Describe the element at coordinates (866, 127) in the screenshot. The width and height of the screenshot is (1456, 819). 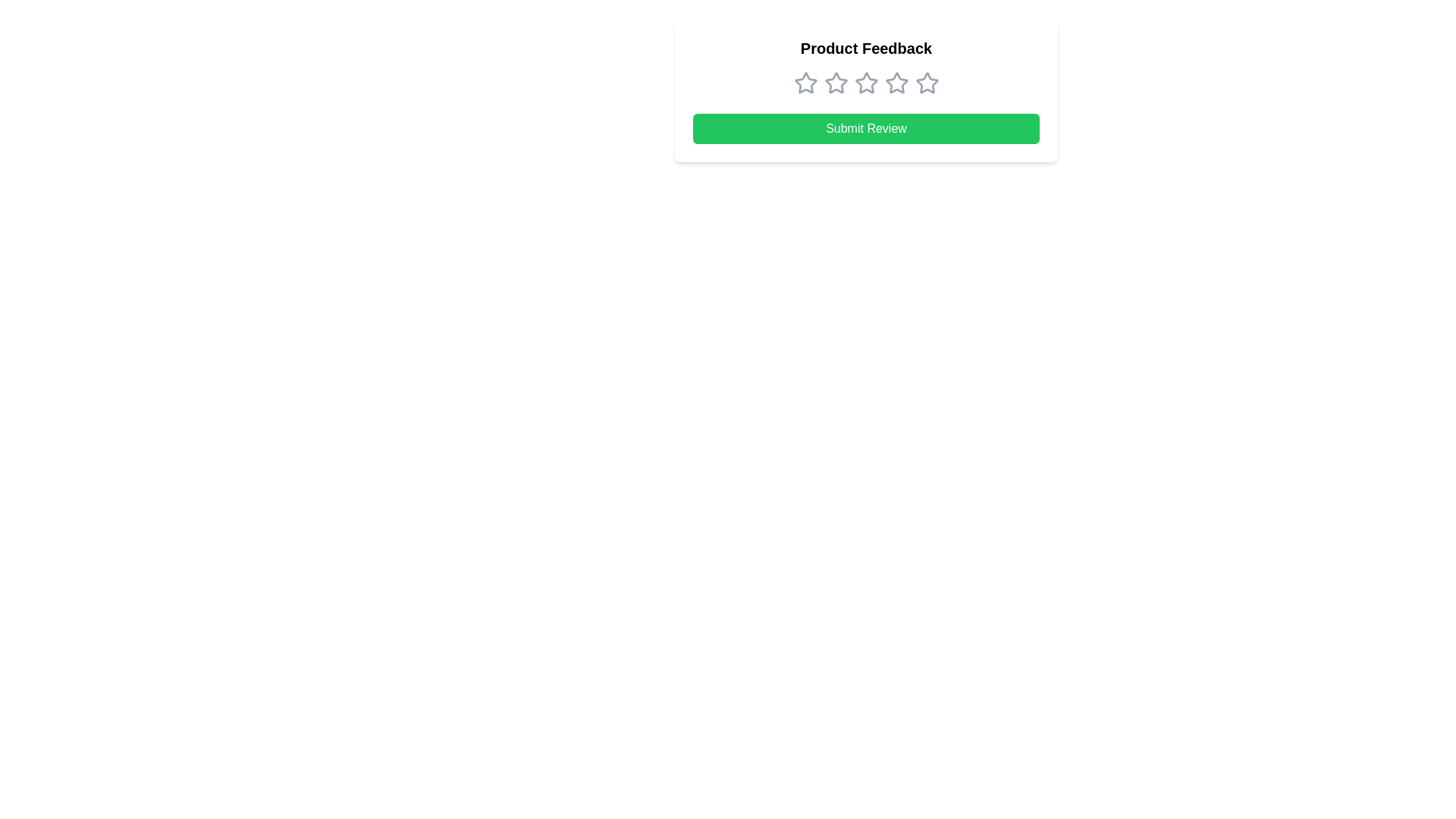
I see `the 'Submit Review' button, which has a green background and white text, located at the bottom of the feedback form panel` at that location.